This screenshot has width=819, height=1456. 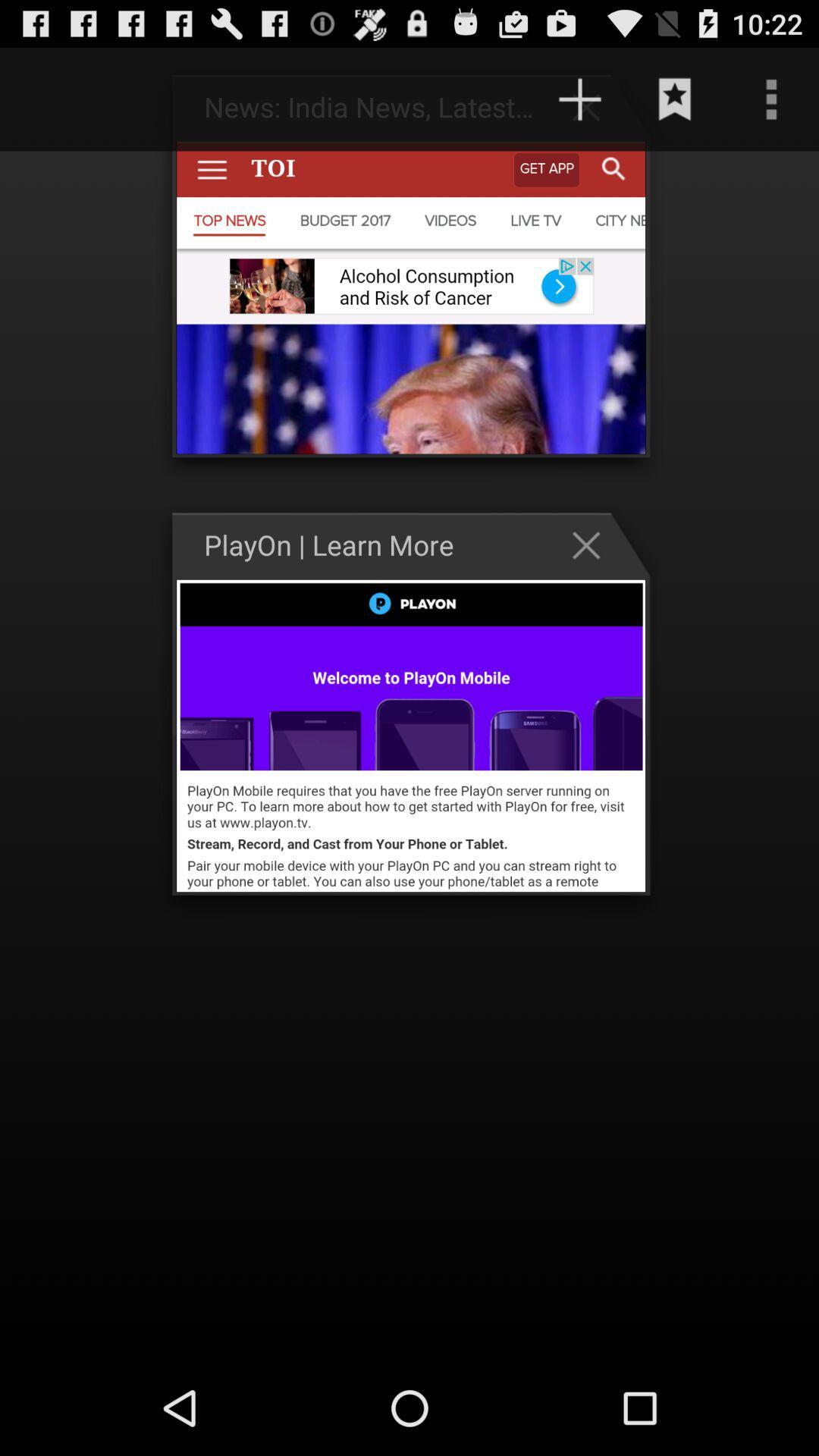 I want to click on the more icon, so click(x=771, y=105).